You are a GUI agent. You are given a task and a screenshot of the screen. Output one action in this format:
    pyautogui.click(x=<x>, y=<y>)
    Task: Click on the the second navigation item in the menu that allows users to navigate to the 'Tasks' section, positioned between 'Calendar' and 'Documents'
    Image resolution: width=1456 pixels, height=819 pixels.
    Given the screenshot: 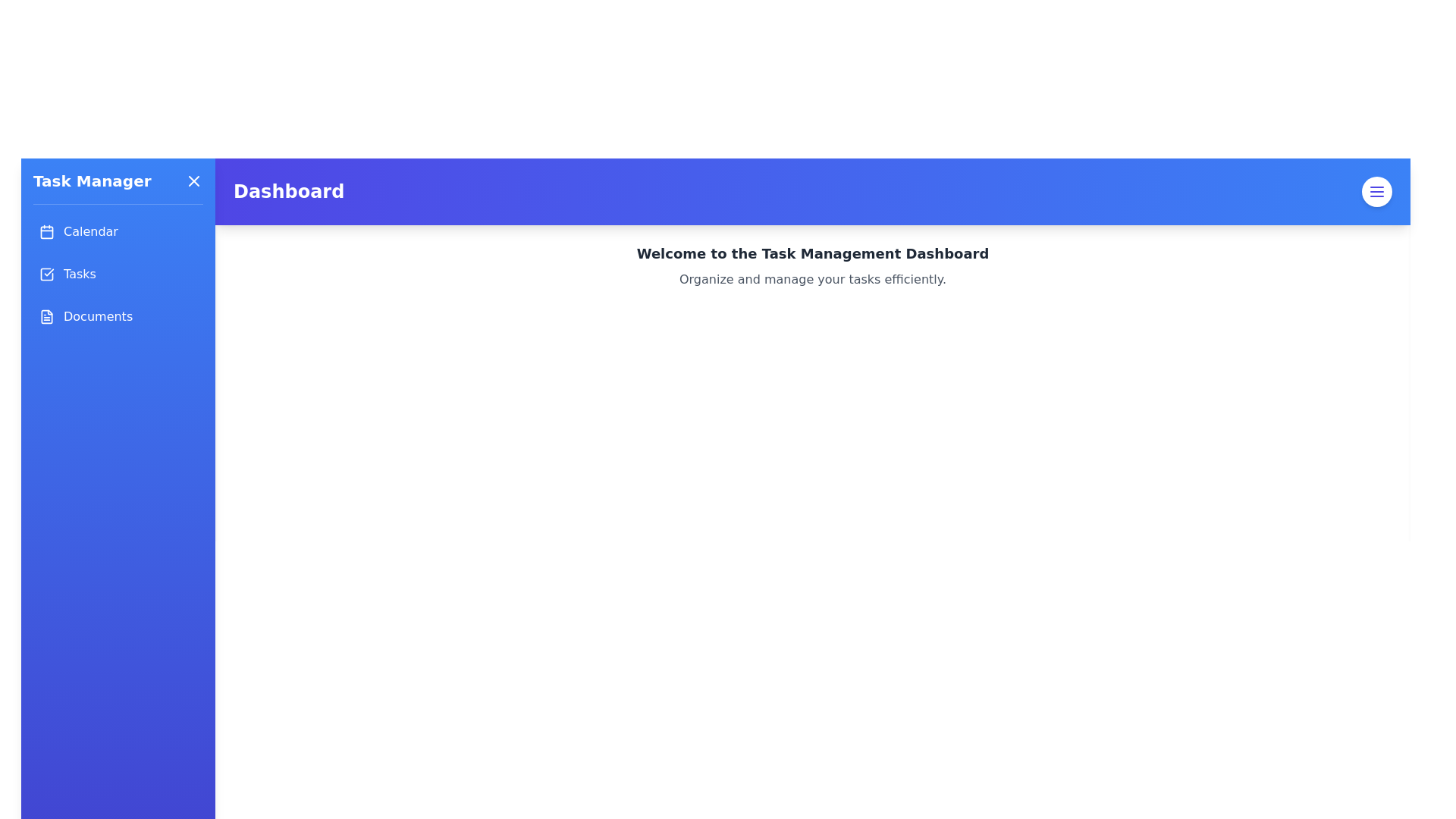 What is the action you would take?
    pyautogui.click(x=118, y=275)
    